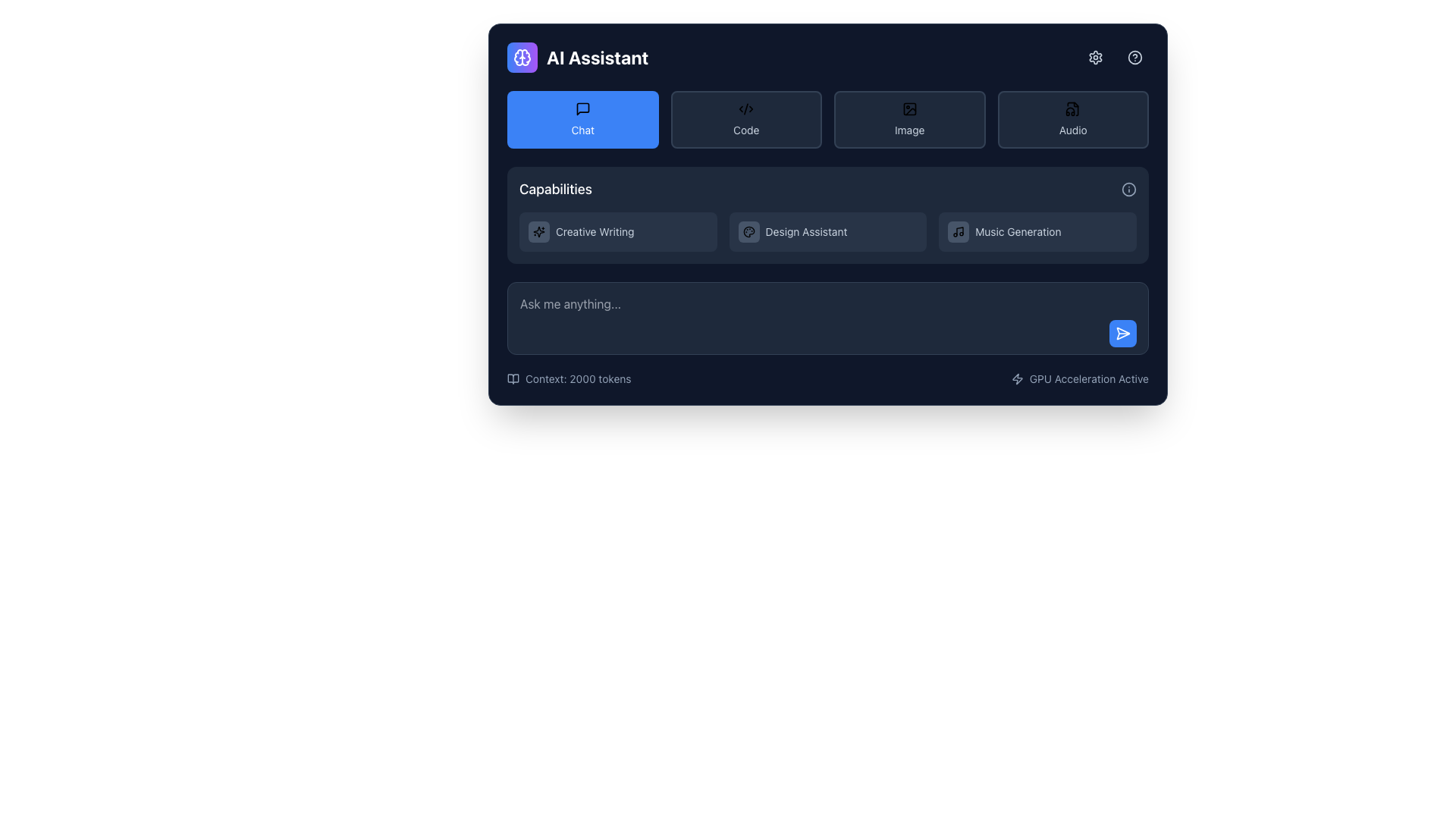 This screenshot has width=1456, height=819. I want to click on the third clickable card element in the grid layout that provides access to music generation functionalities, so click(1037, 231).